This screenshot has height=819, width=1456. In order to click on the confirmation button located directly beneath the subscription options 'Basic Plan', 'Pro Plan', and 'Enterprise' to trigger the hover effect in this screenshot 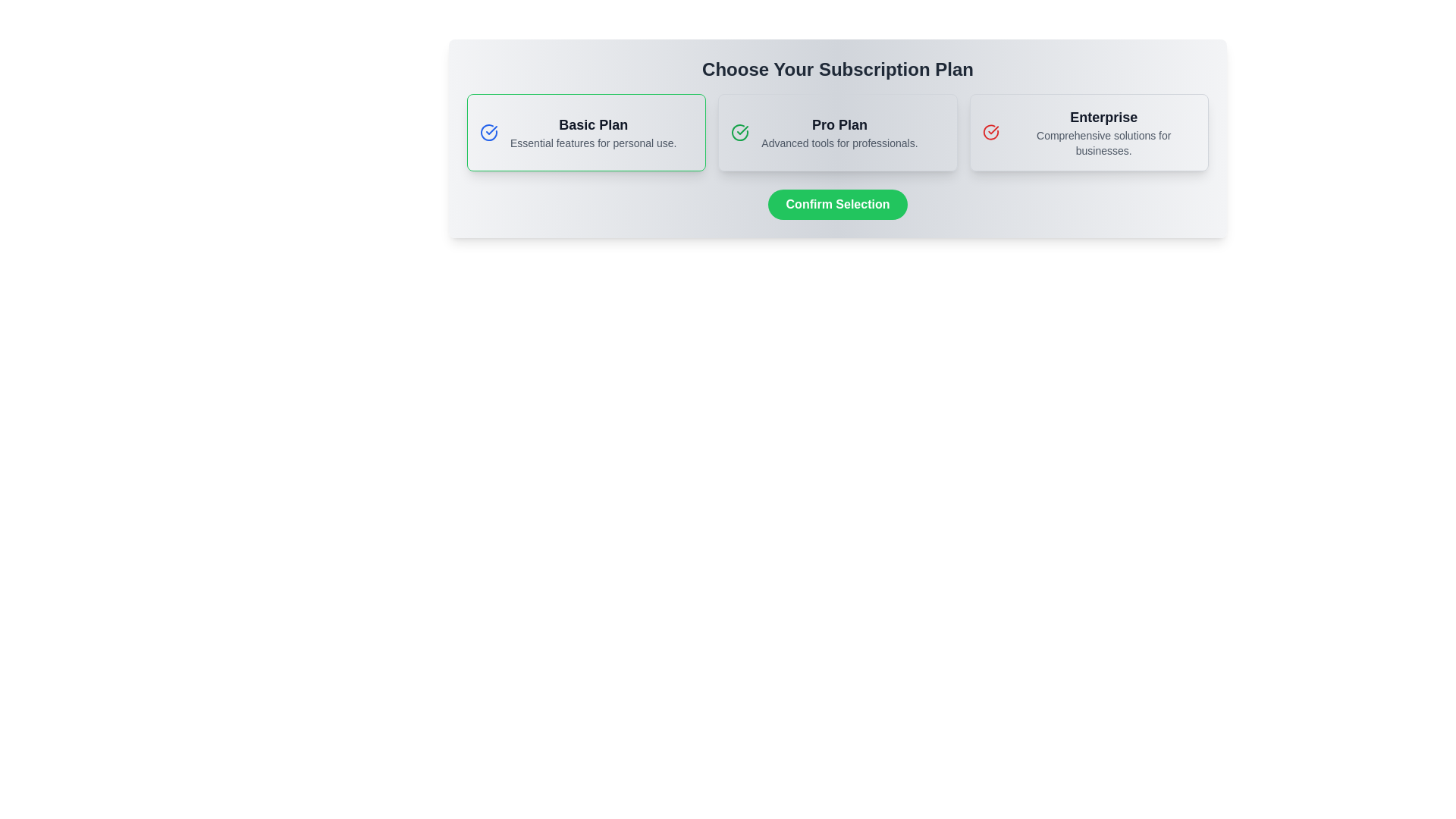, I will do `click(836, 205)`.